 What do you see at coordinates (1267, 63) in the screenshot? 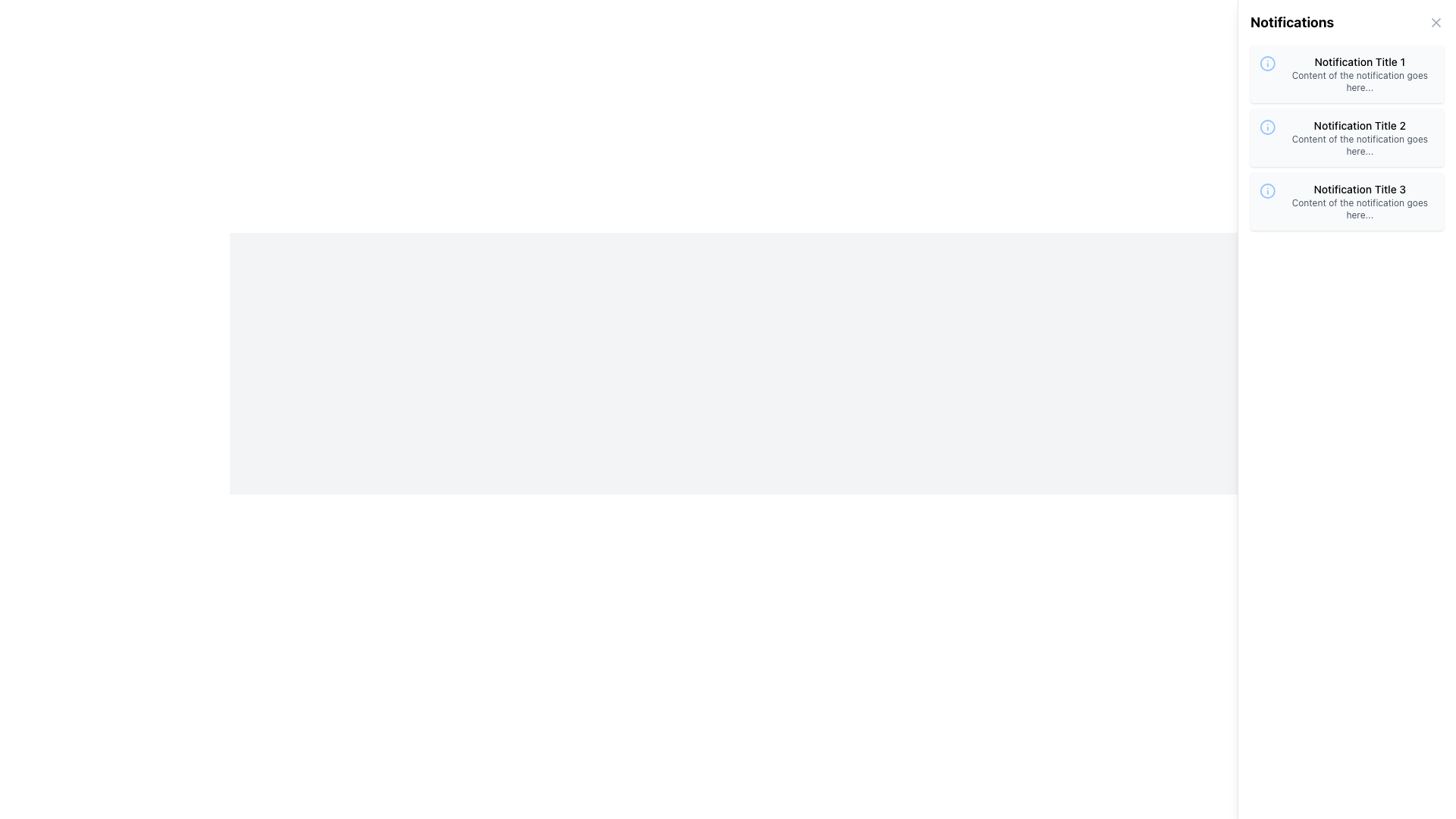
I see `the visual representation of the decorative vector graphic circle in the SVG, located at the top-left corner of the notification icon adjacent to the first notification item` at bounding box center [1267, 63].